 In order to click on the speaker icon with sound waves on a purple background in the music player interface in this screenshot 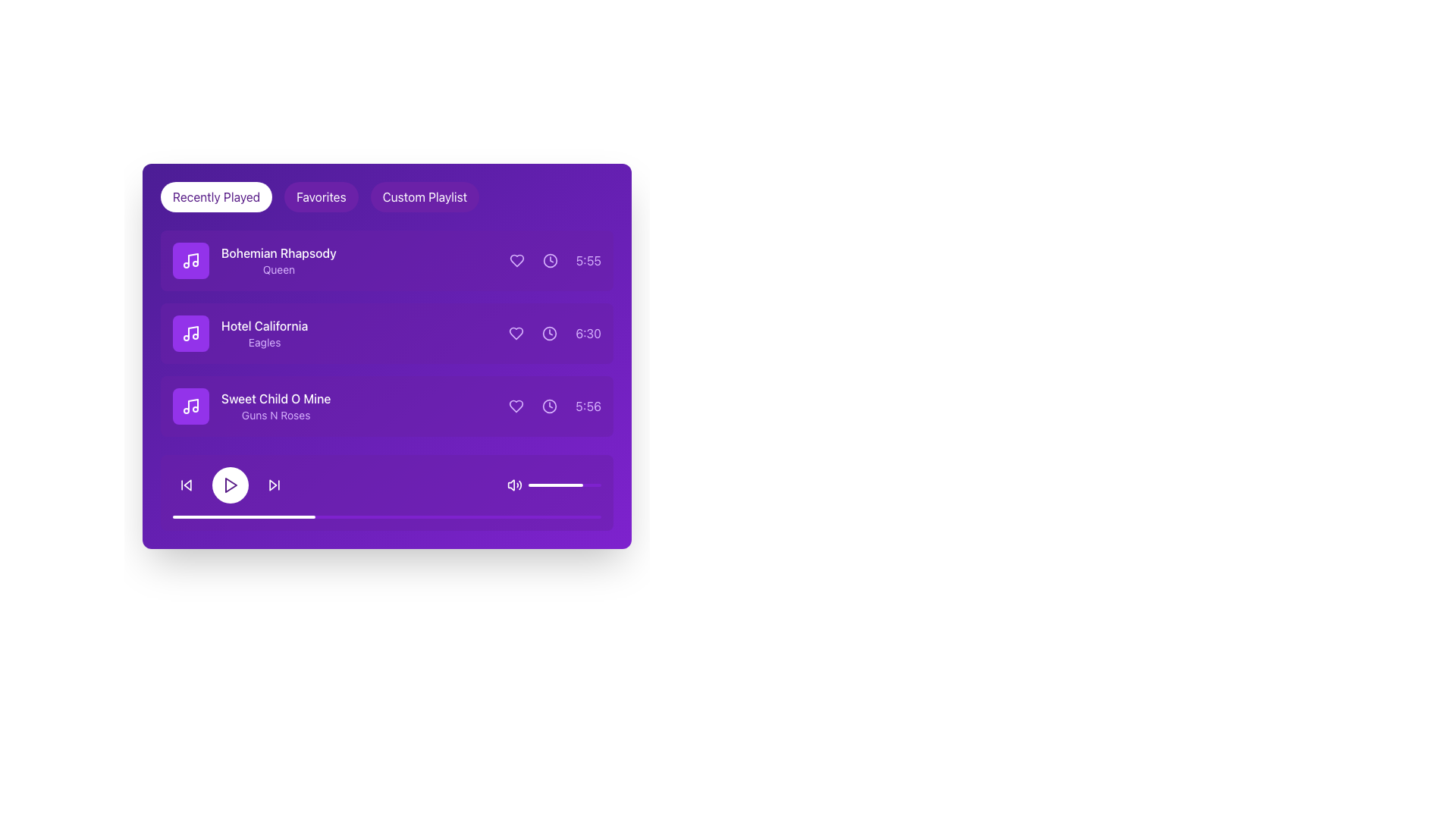, I will do `click(514, 485)`.